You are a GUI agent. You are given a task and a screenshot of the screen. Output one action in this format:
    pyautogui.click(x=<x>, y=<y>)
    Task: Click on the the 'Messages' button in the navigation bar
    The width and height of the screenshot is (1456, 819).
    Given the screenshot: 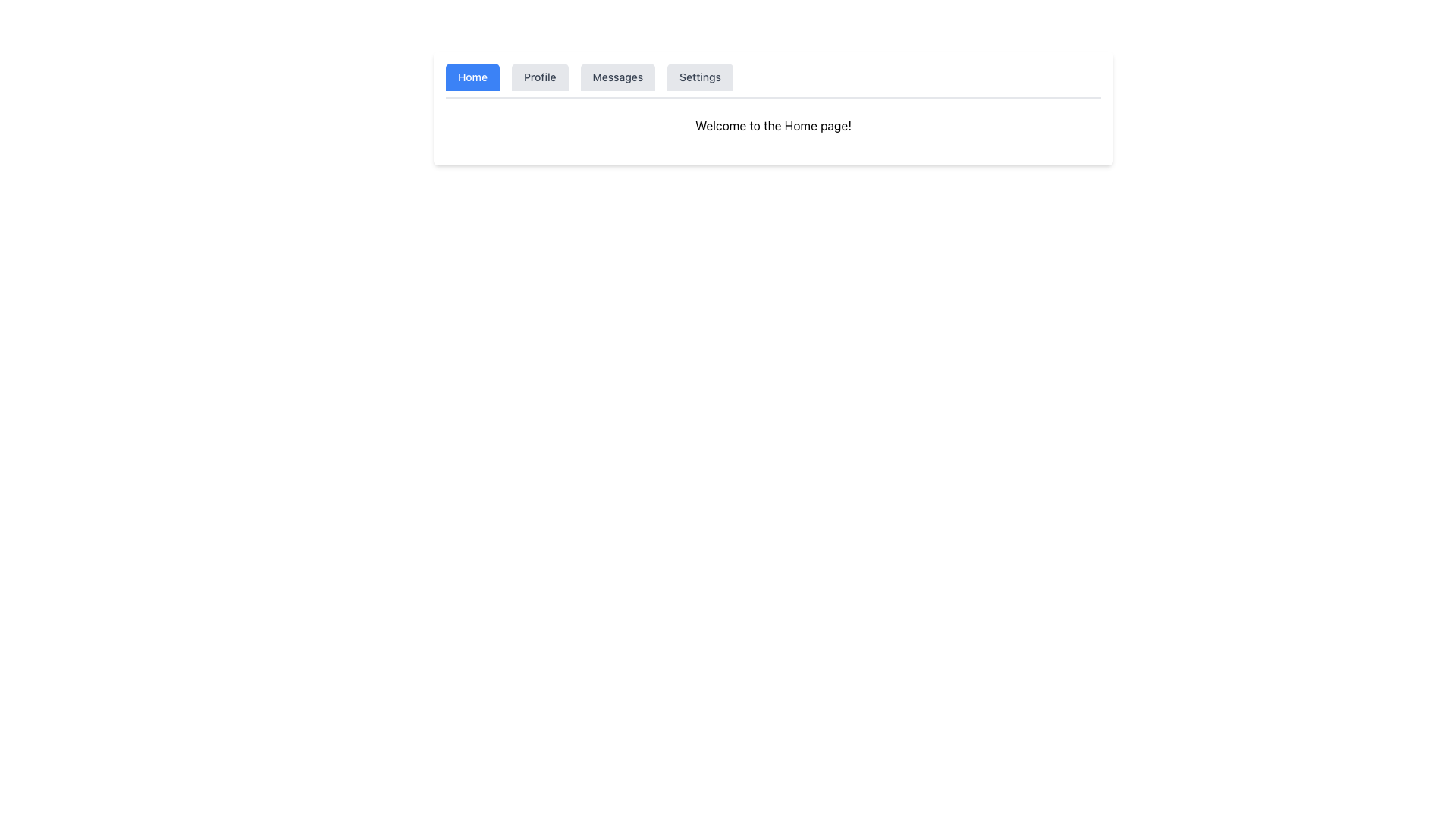 What is the action you would take?
    pyautogui.click(x=617, y=77)
    